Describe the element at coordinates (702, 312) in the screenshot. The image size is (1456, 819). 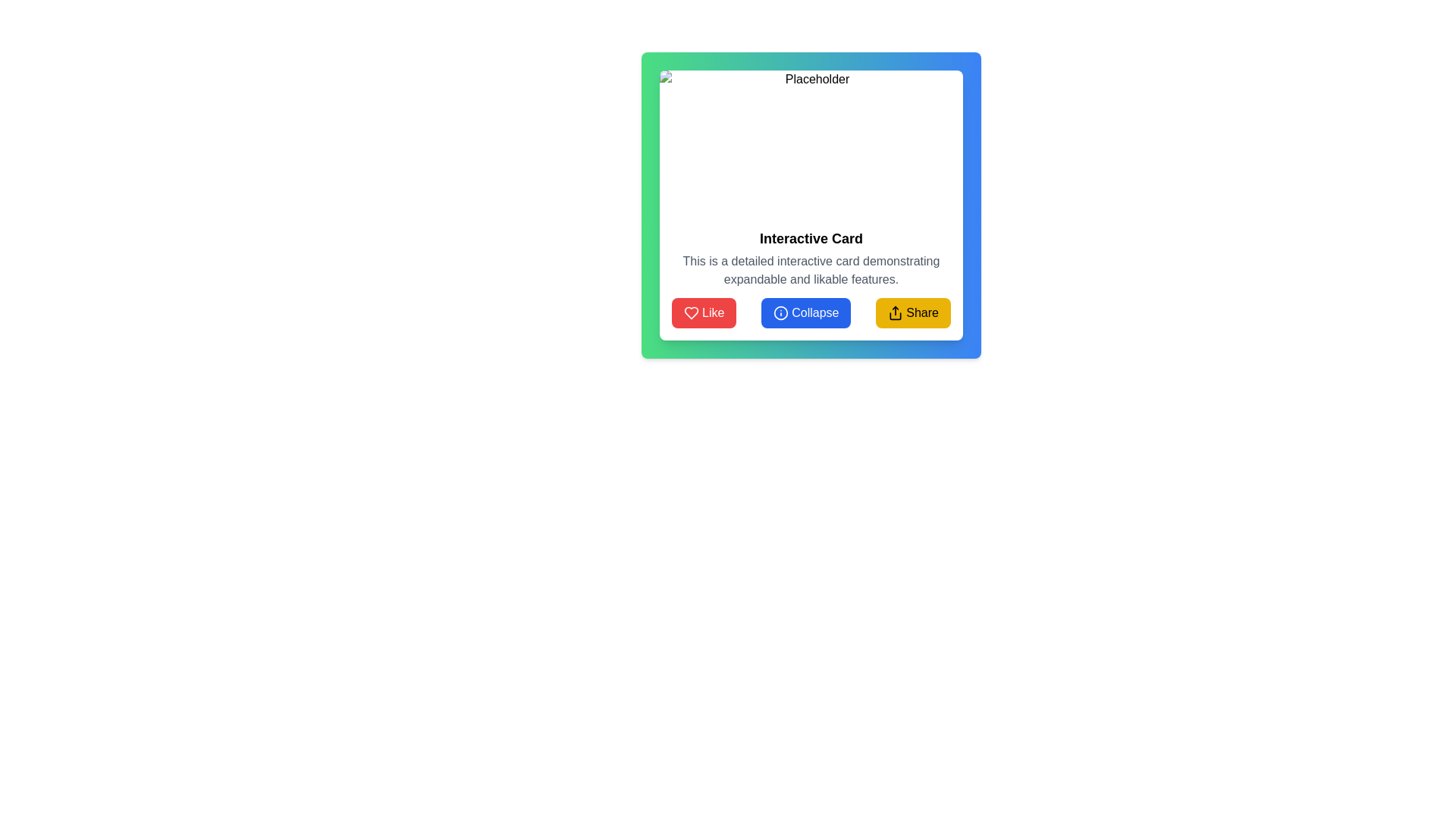
I see `the 'Like' button, which has a red background, white text, and a heart icon, located at the bottom of an interactive card, to register a like` at that location.